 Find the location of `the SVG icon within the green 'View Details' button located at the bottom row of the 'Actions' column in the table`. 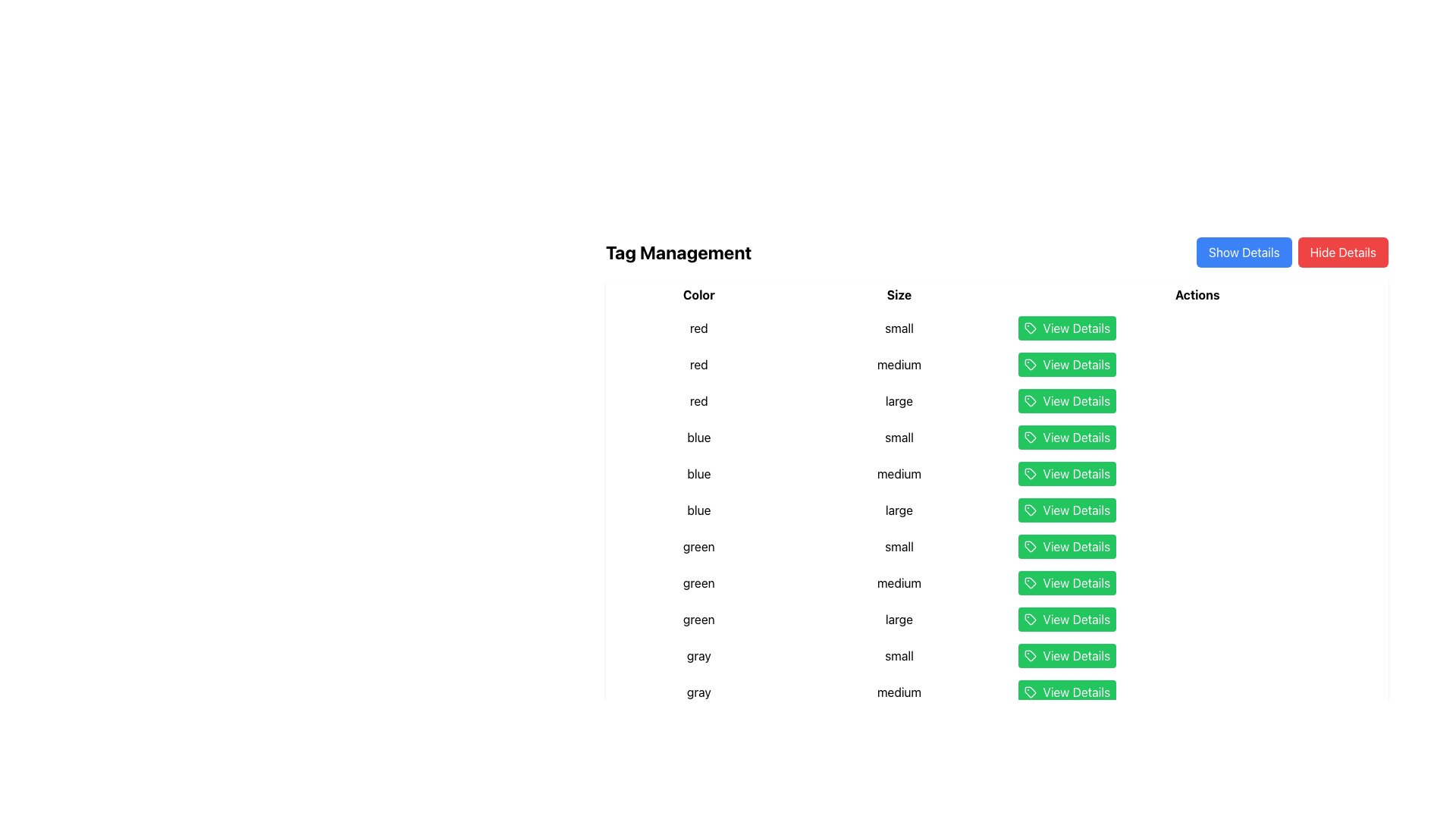

the SVG icon within the green 'View Details' button located at the bottom row of the 'Actions' column in the table is located at coordinates (1031, 692).